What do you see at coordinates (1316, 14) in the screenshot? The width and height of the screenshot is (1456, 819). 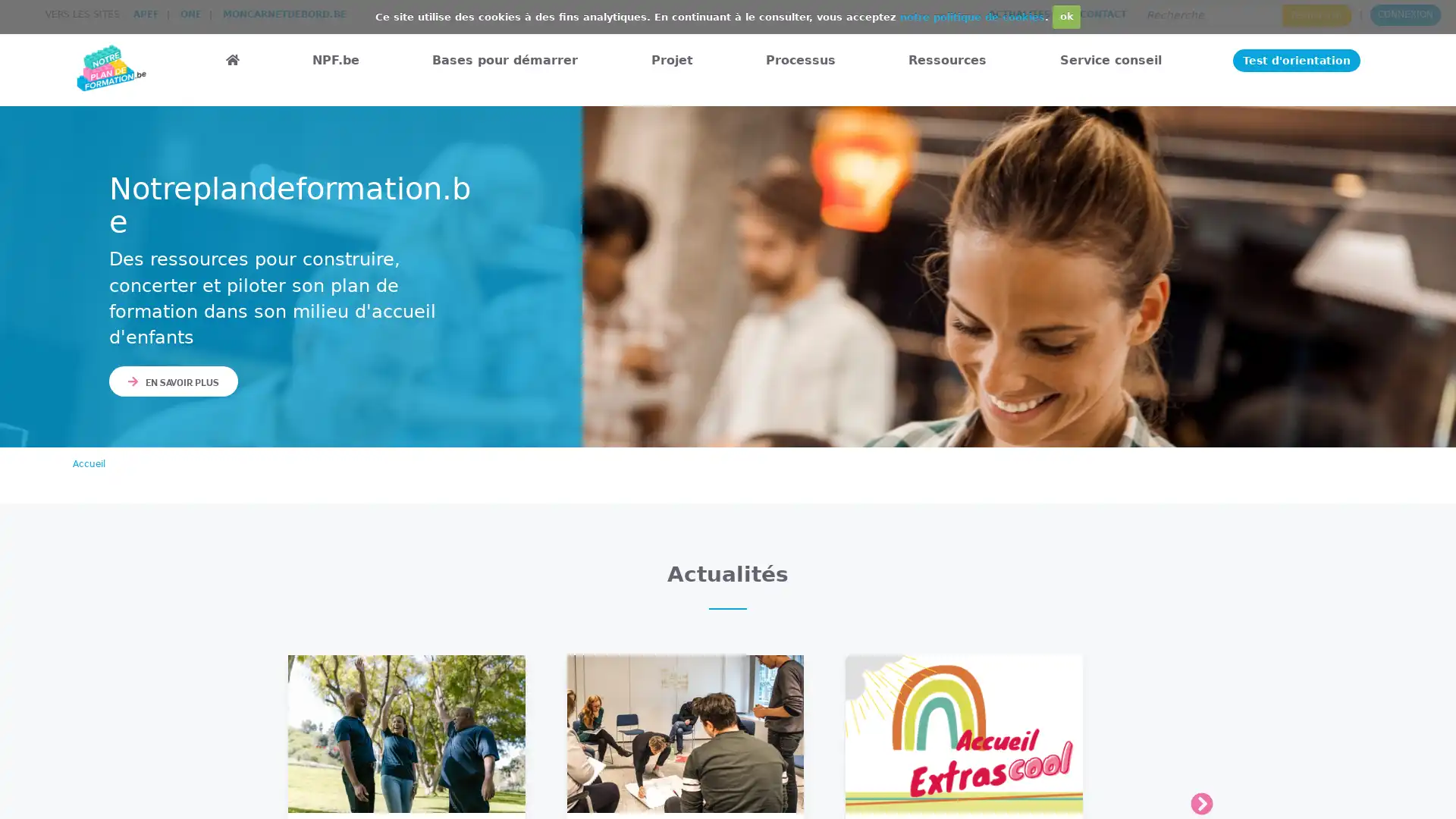 I see `Rechercher` at bounding box center [1316, 14].